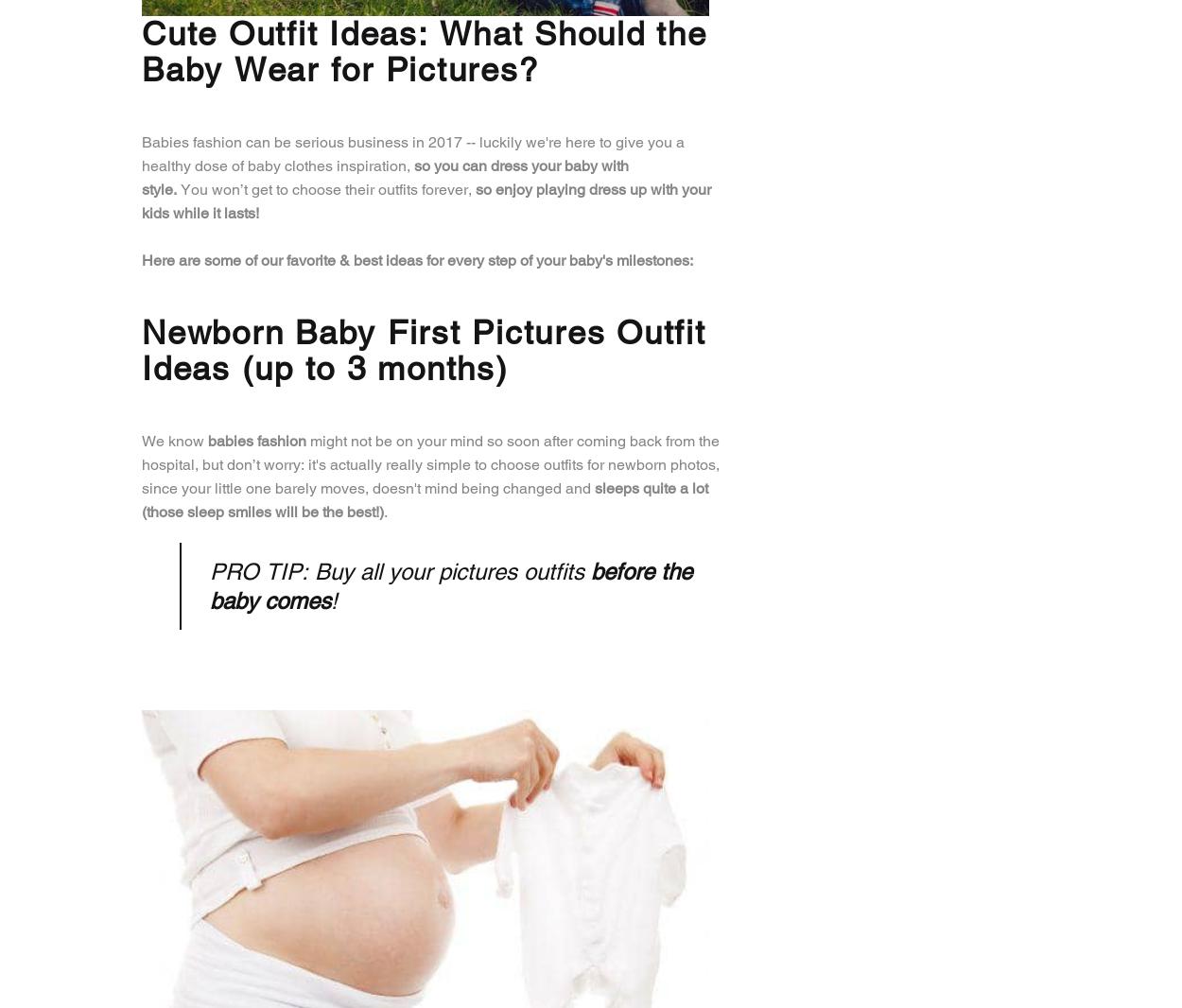 The width and height of the screenshot is (1182, 1008). What do you see at coordinates (423, 349) in the screenshot?
I see `'Newborn Baby First Pictures Outfit Ideas (up to 3 months)'` at bounding box center [423, 349].